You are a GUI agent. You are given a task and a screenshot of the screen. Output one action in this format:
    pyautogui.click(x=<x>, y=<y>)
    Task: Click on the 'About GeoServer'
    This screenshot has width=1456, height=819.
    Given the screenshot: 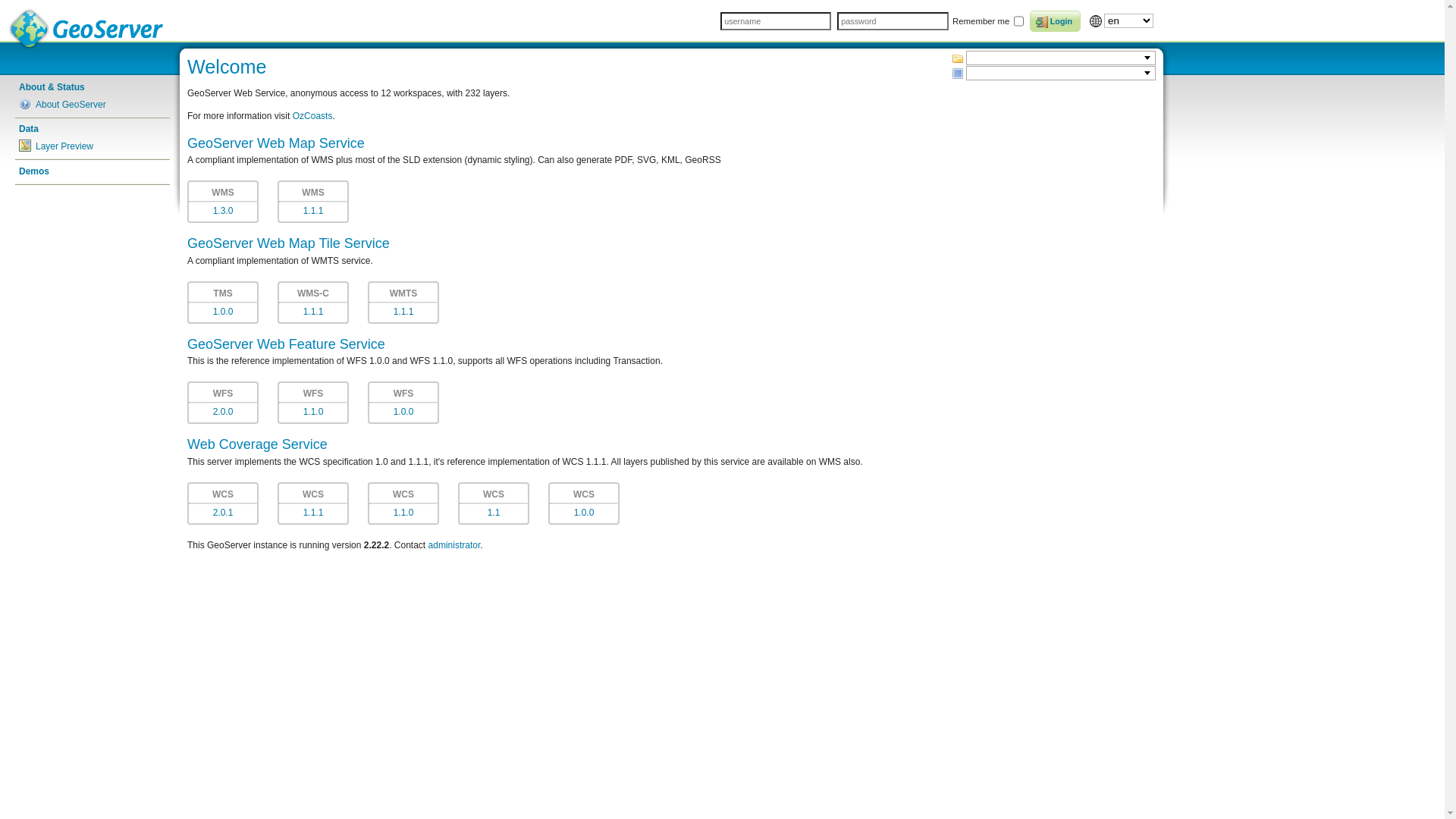 What is the action you would take?
    pyautogui.click(x=91, y=104)
    